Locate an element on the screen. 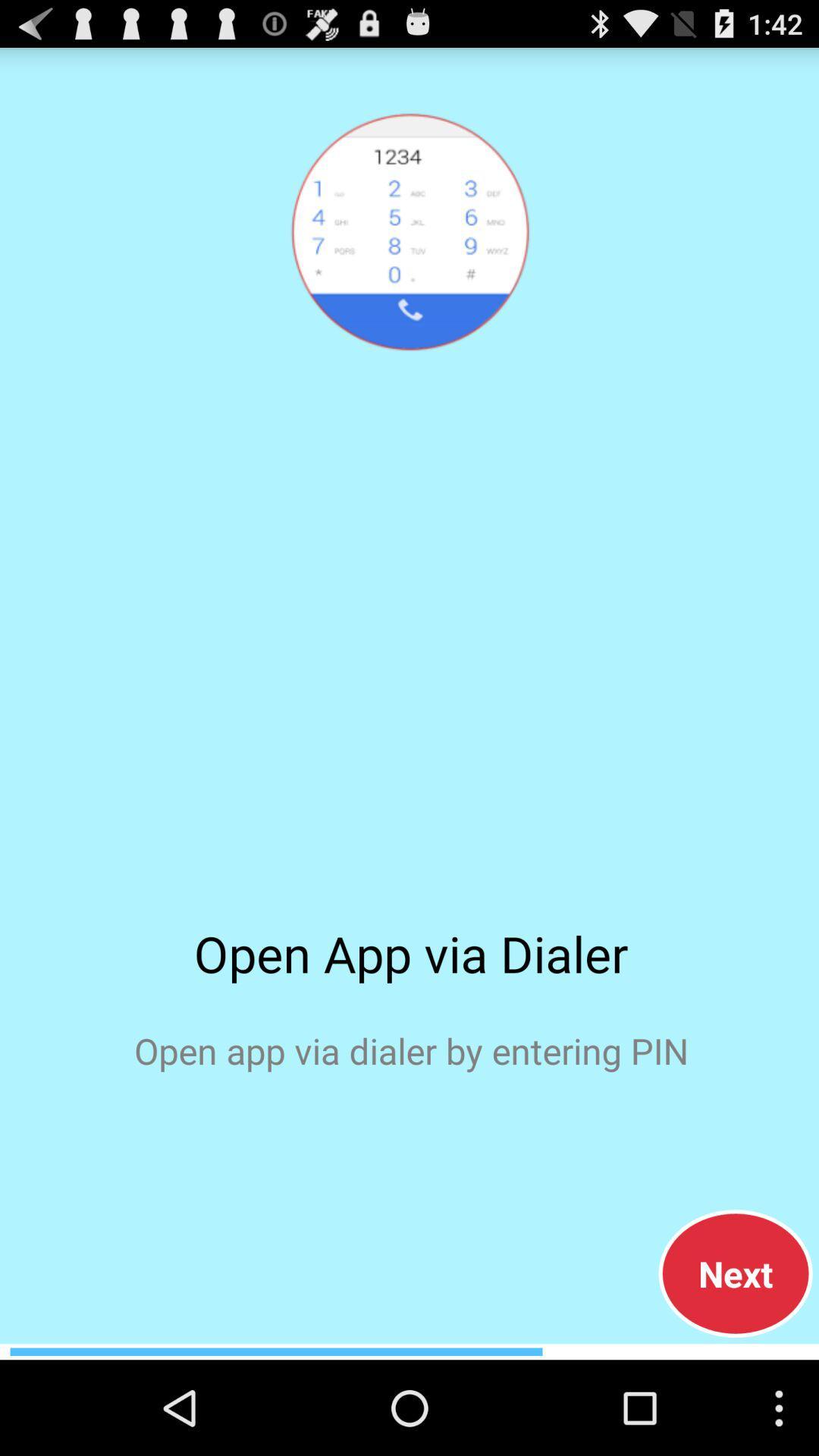 The width and height of the screenshot is (819, 1456). the icon below open app via is located at coordinates (735, 1273).